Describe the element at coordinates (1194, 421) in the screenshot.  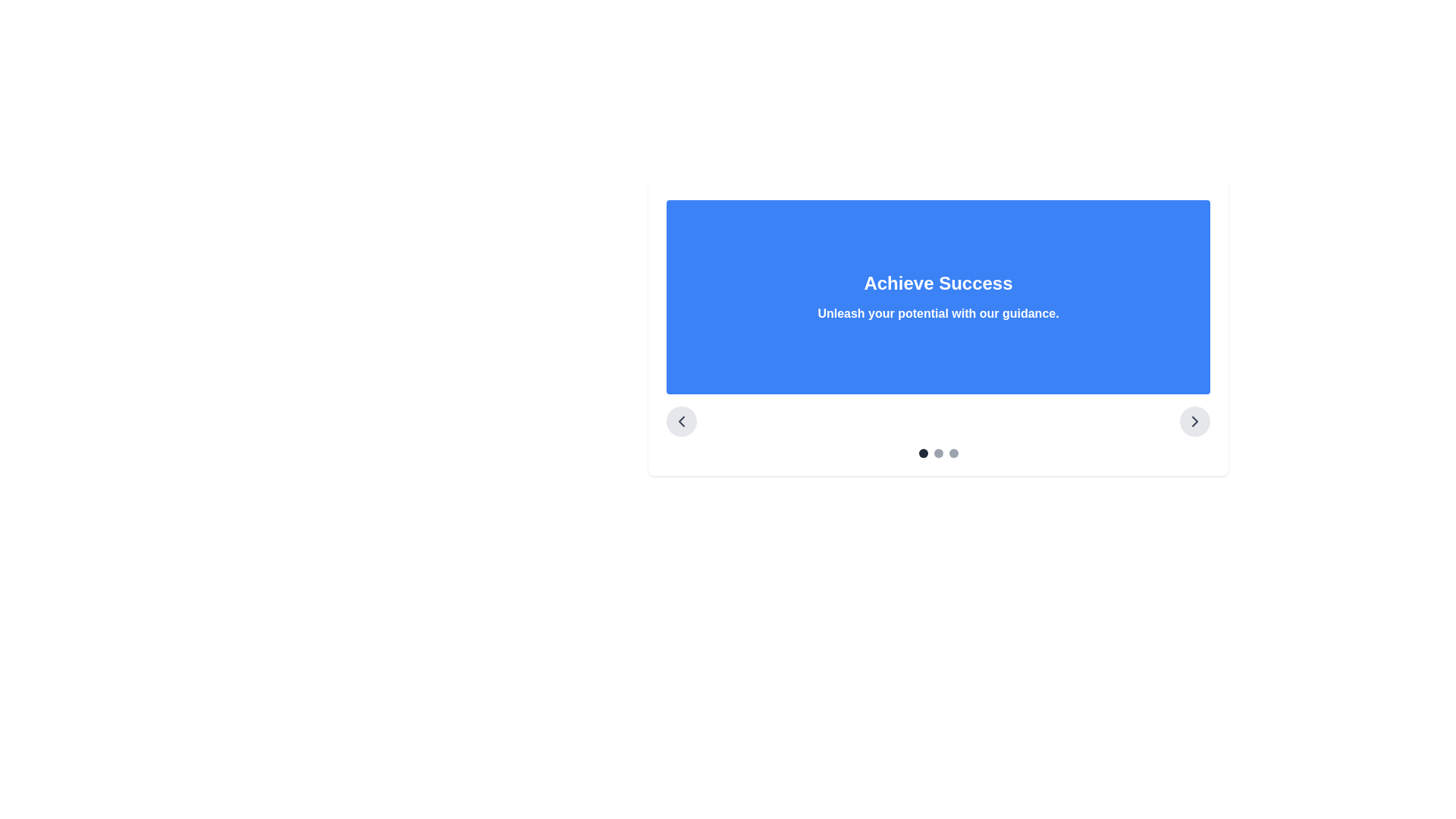
I see `the right navigation arrow button located in the bottom-right corner of the widget titled 'Achieve Success'` at that location.